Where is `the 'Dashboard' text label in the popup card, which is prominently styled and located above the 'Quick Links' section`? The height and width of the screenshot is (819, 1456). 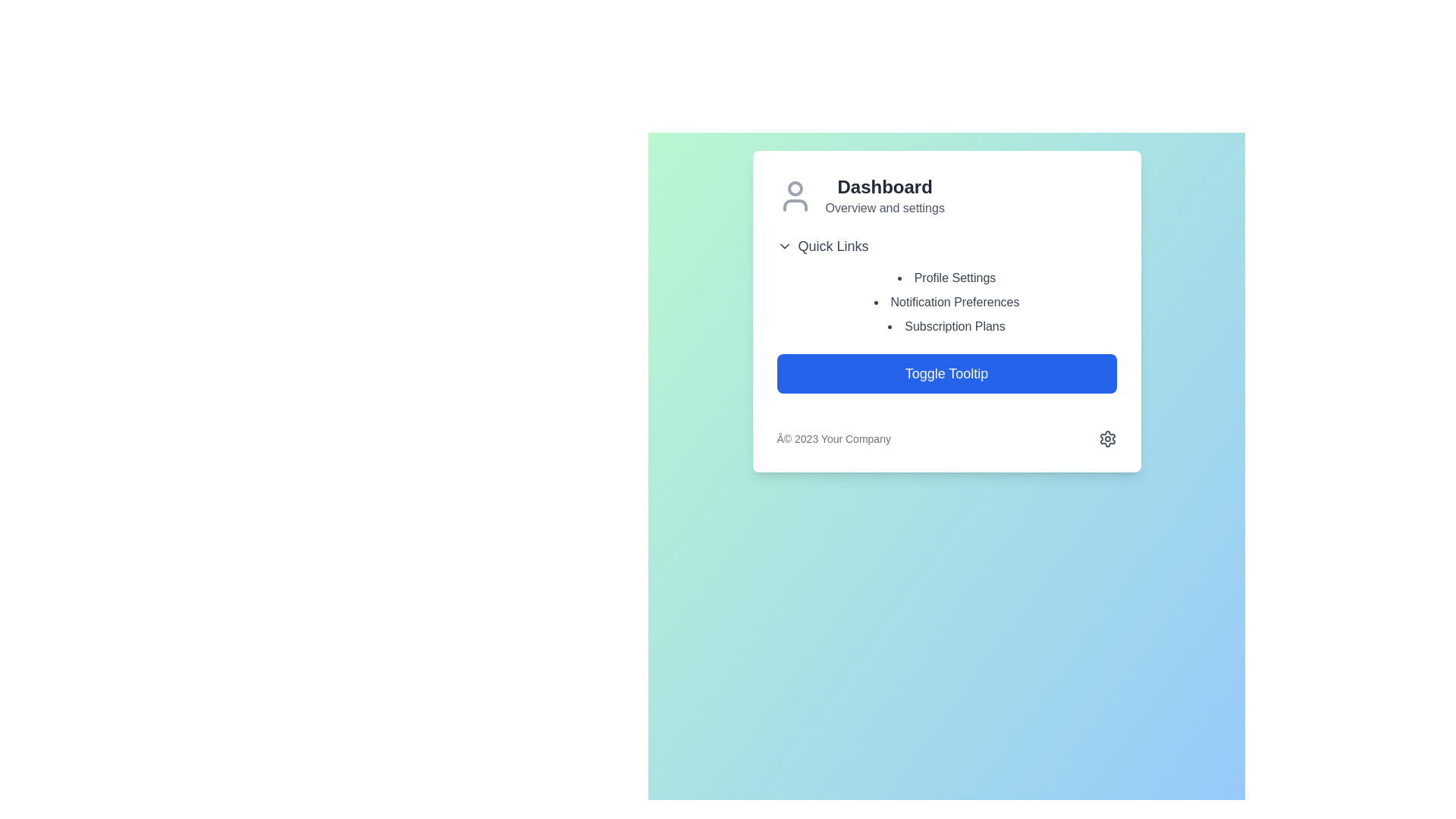 the 'Dashboard' text label in the popup card, which is prominently styled and located above the 'Quick Links' section is located at coordinates (885, 195).